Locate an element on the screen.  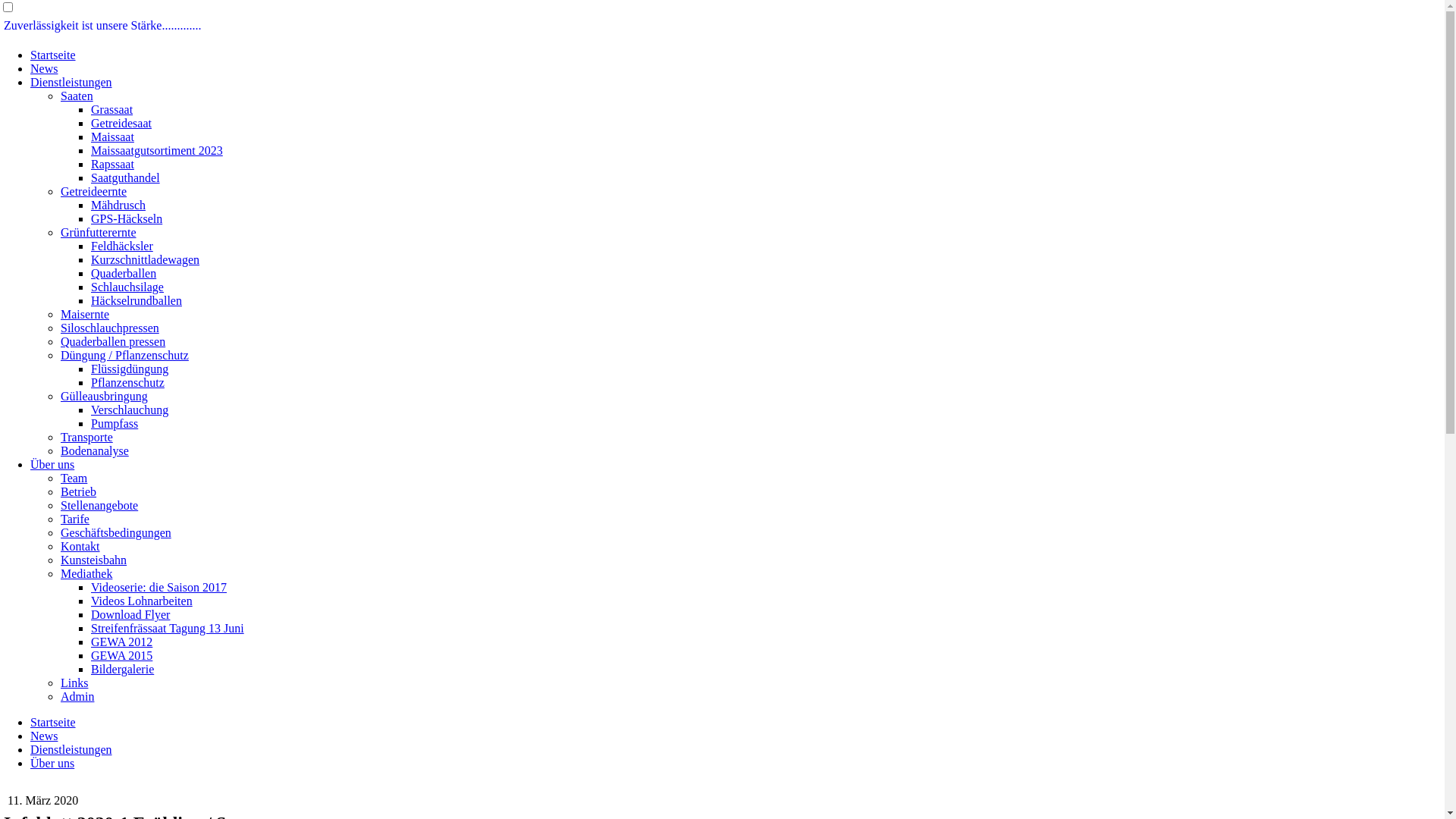
'Stellenangebote' is located at coordinates (61, 505).